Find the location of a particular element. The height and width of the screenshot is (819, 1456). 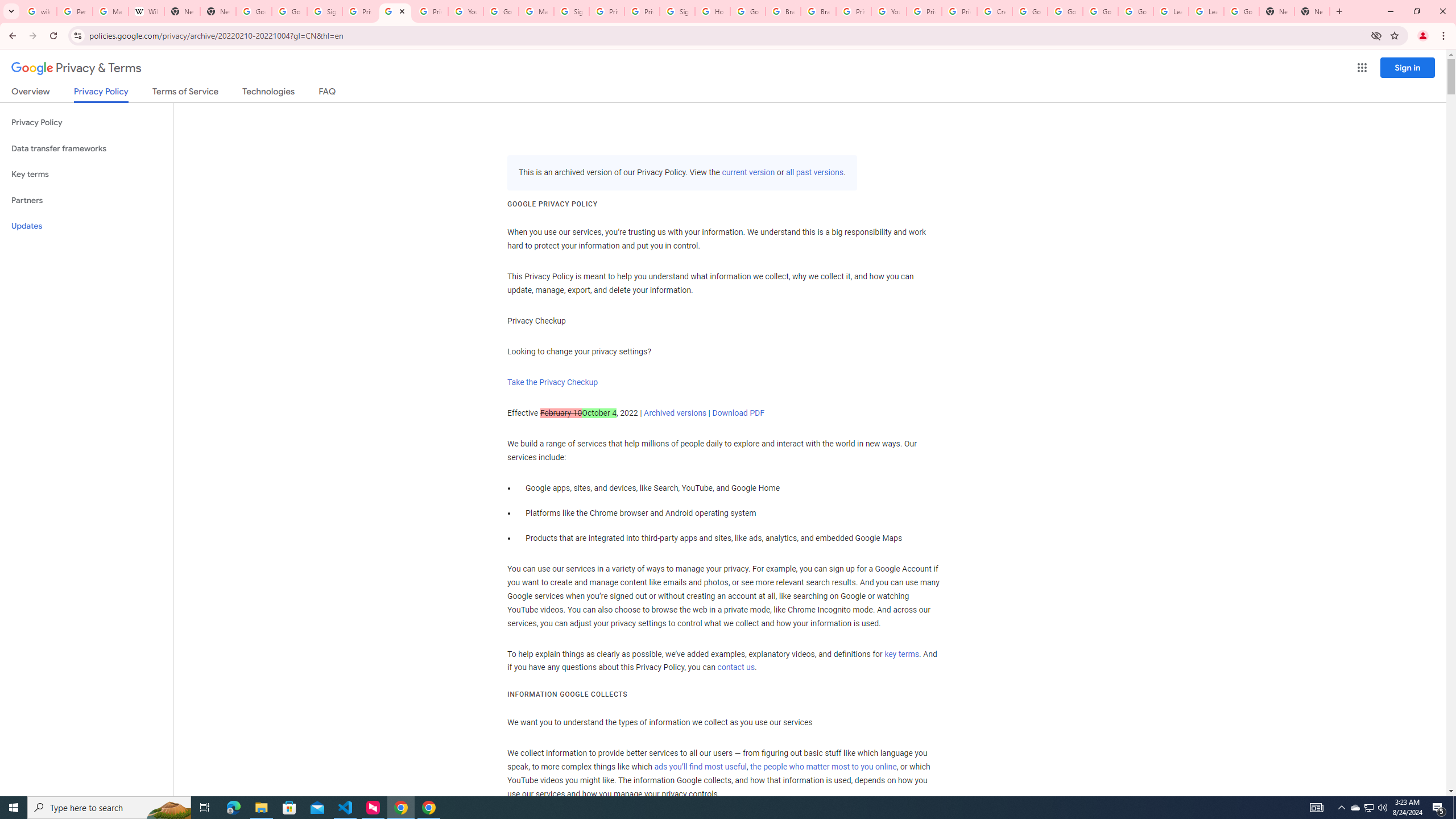

'Google Account' is located at coordinates (1240, 11).